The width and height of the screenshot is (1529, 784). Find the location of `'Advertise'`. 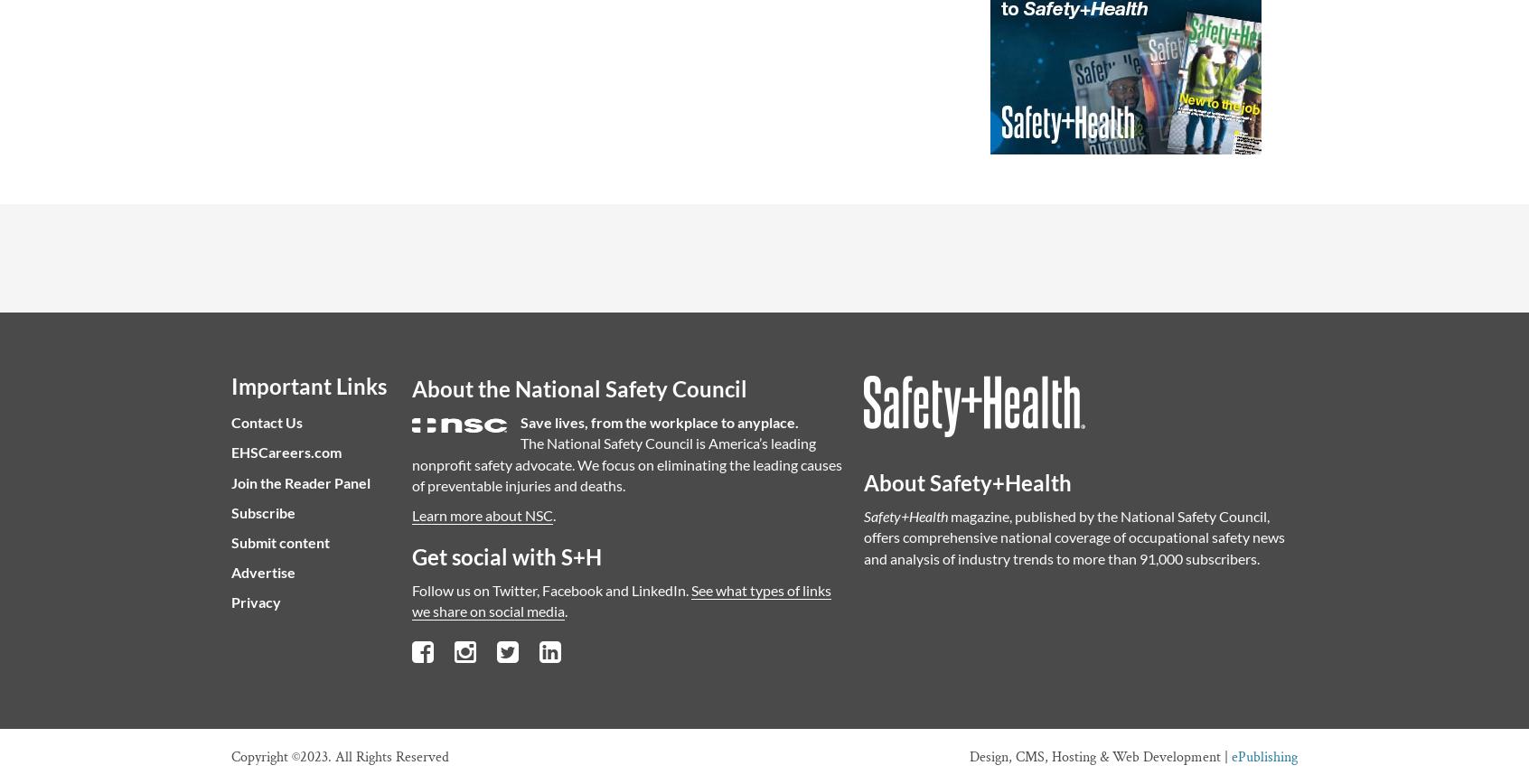

'Advertise' is located at coordinates (262, 572).